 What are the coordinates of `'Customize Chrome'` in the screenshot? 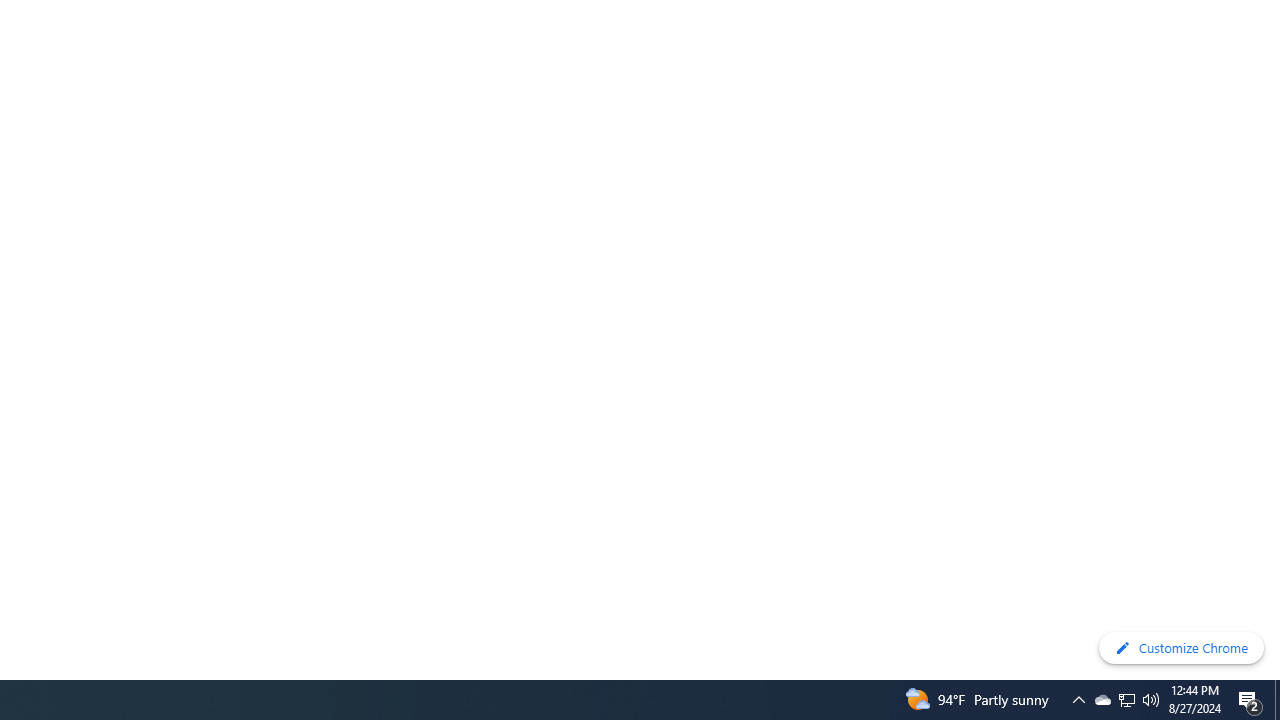 It's located at (1181, 648).